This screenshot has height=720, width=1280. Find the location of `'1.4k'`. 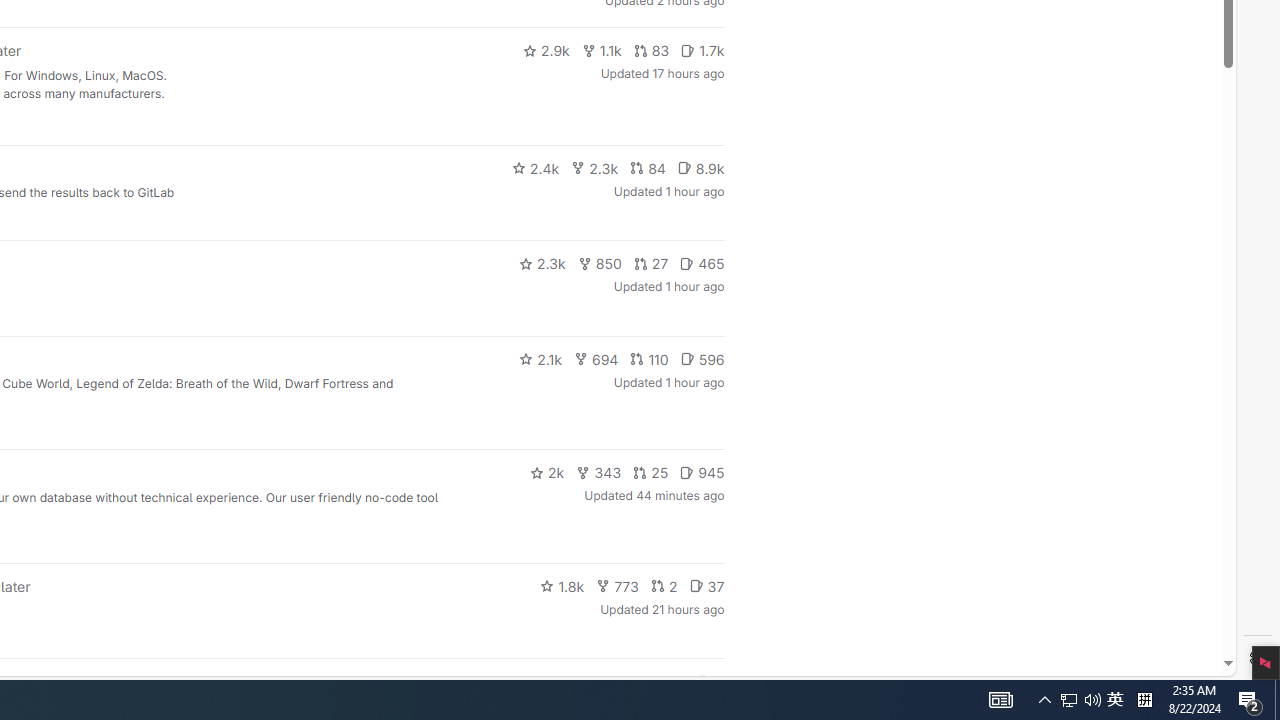

'1.4k' is located at coordinates (572, 680).